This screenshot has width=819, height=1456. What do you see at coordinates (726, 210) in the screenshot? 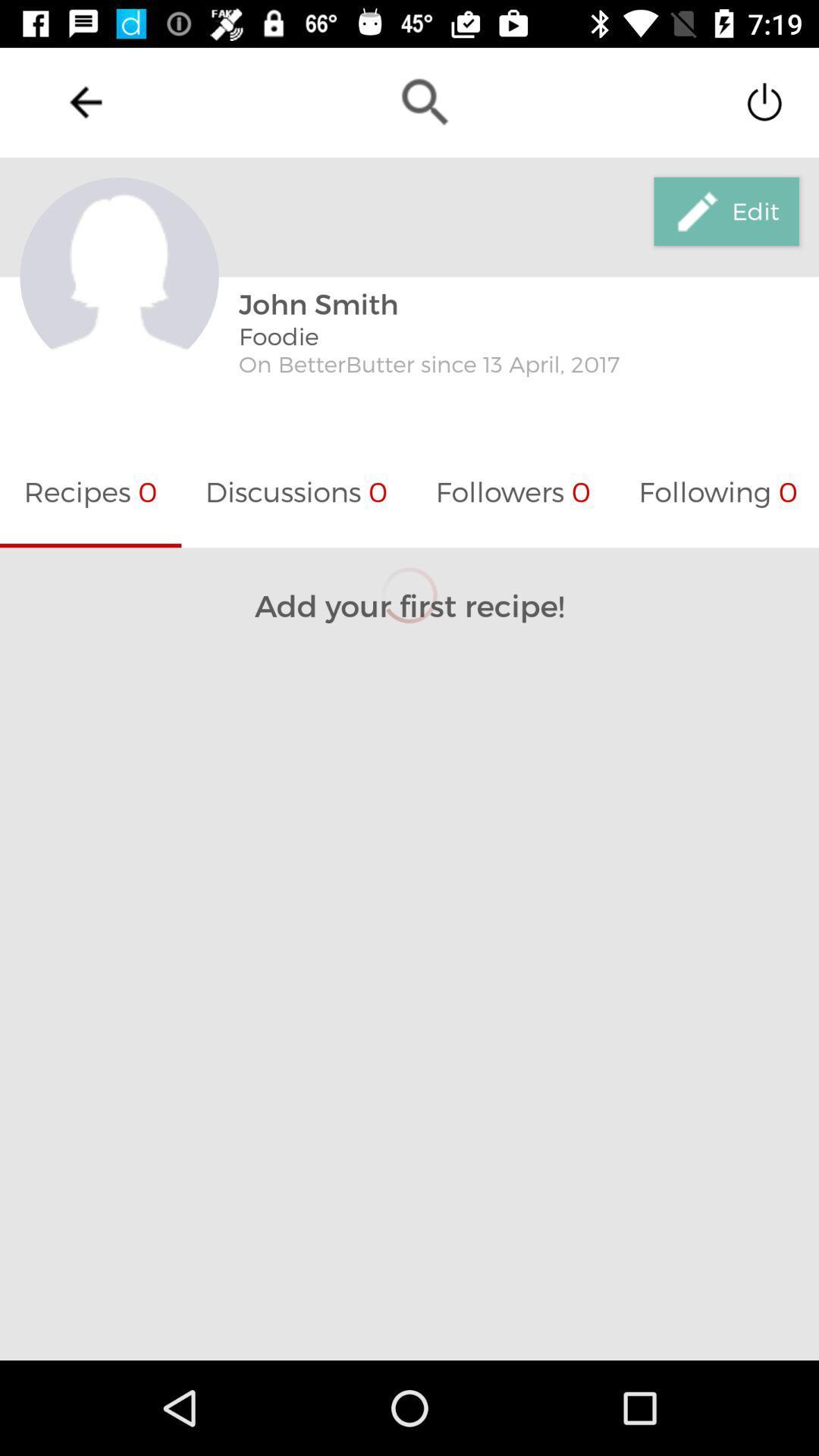
I see `edit icon` at bounding box center [726, 210].